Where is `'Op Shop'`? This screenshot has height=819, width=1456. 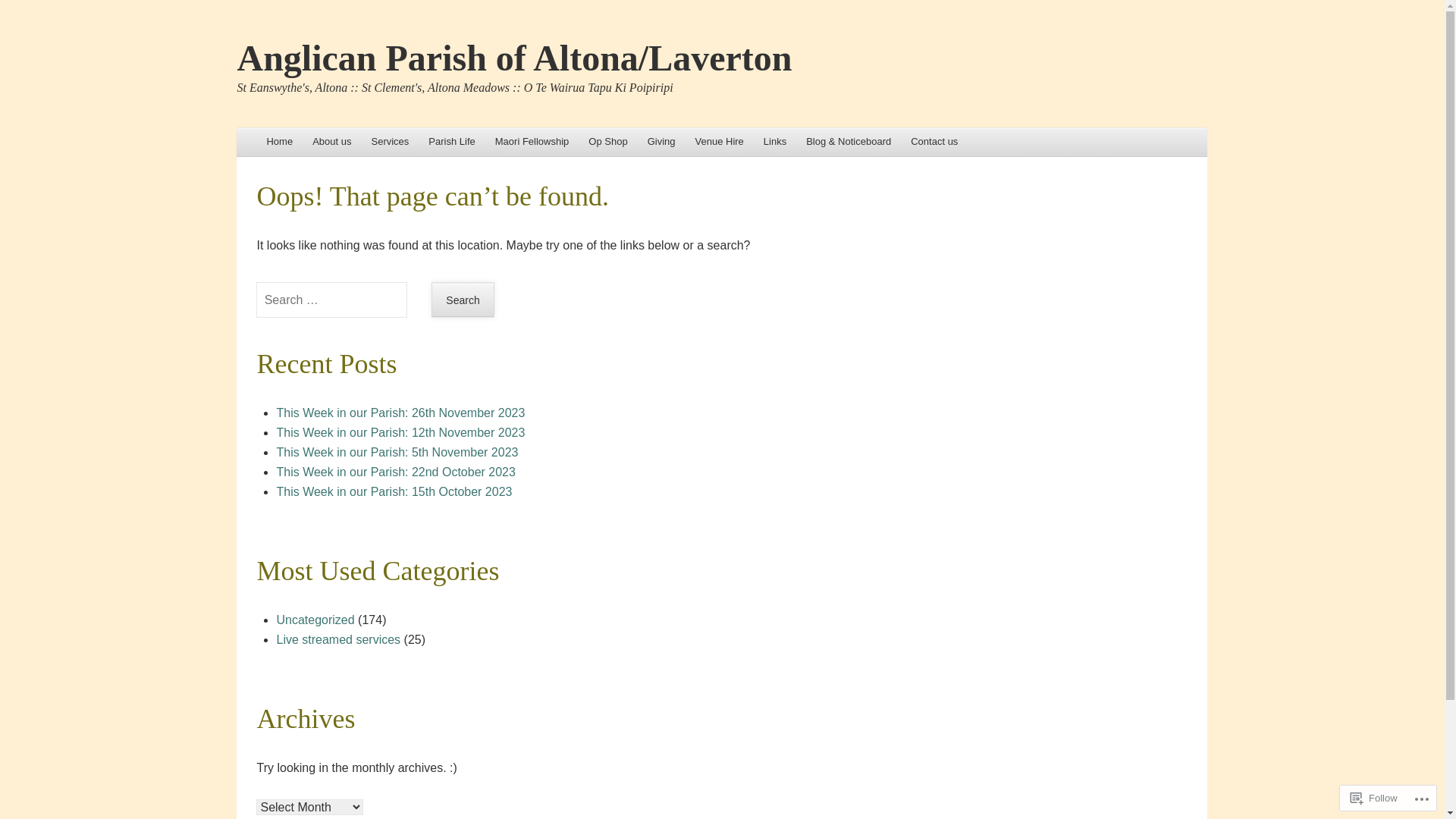 'Op Shop' is located at coordinates (607, 142).